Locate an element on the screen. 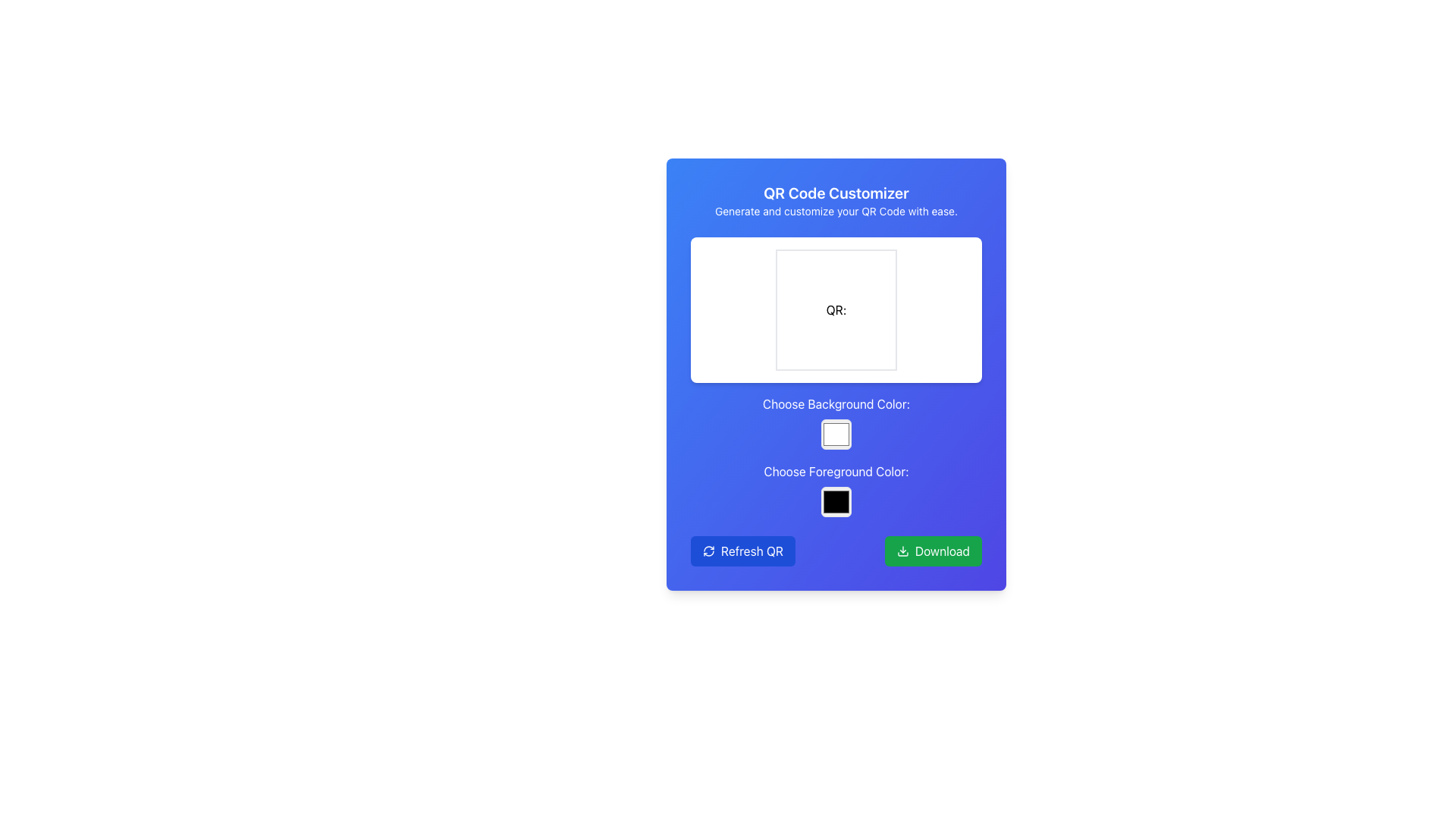 Image resolution: width=1456 pixels, height=819 pixels. the Button Group containing the 'Refresh QR' and 'Download' buttons is located at coordinates (836, 551).